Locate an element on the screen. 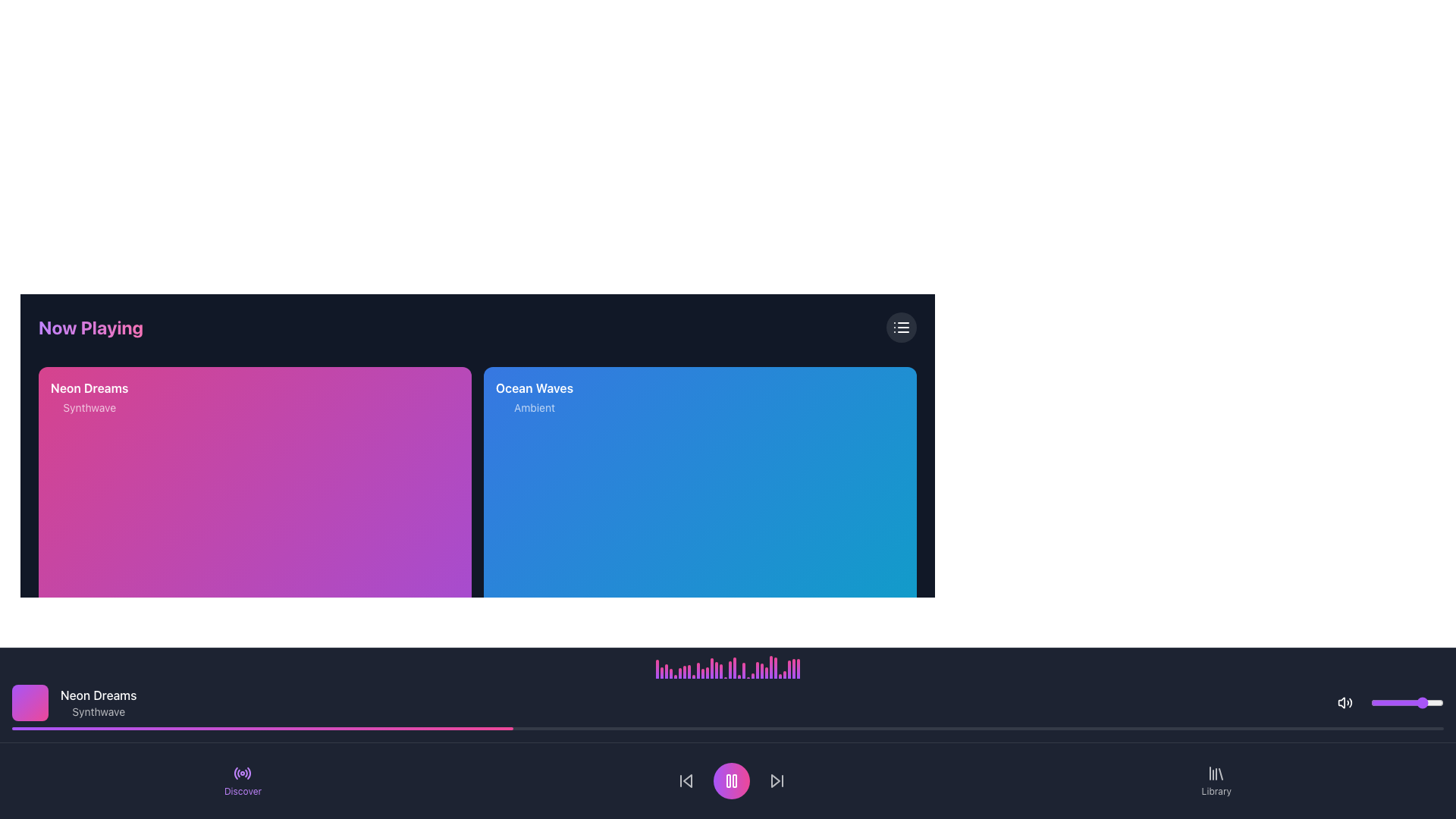  the 17th vertical Visualization bar, which has a gradient color scheme from pink to purple and rounded top corners, located above the playback controls is located at coordinates (730, 666).